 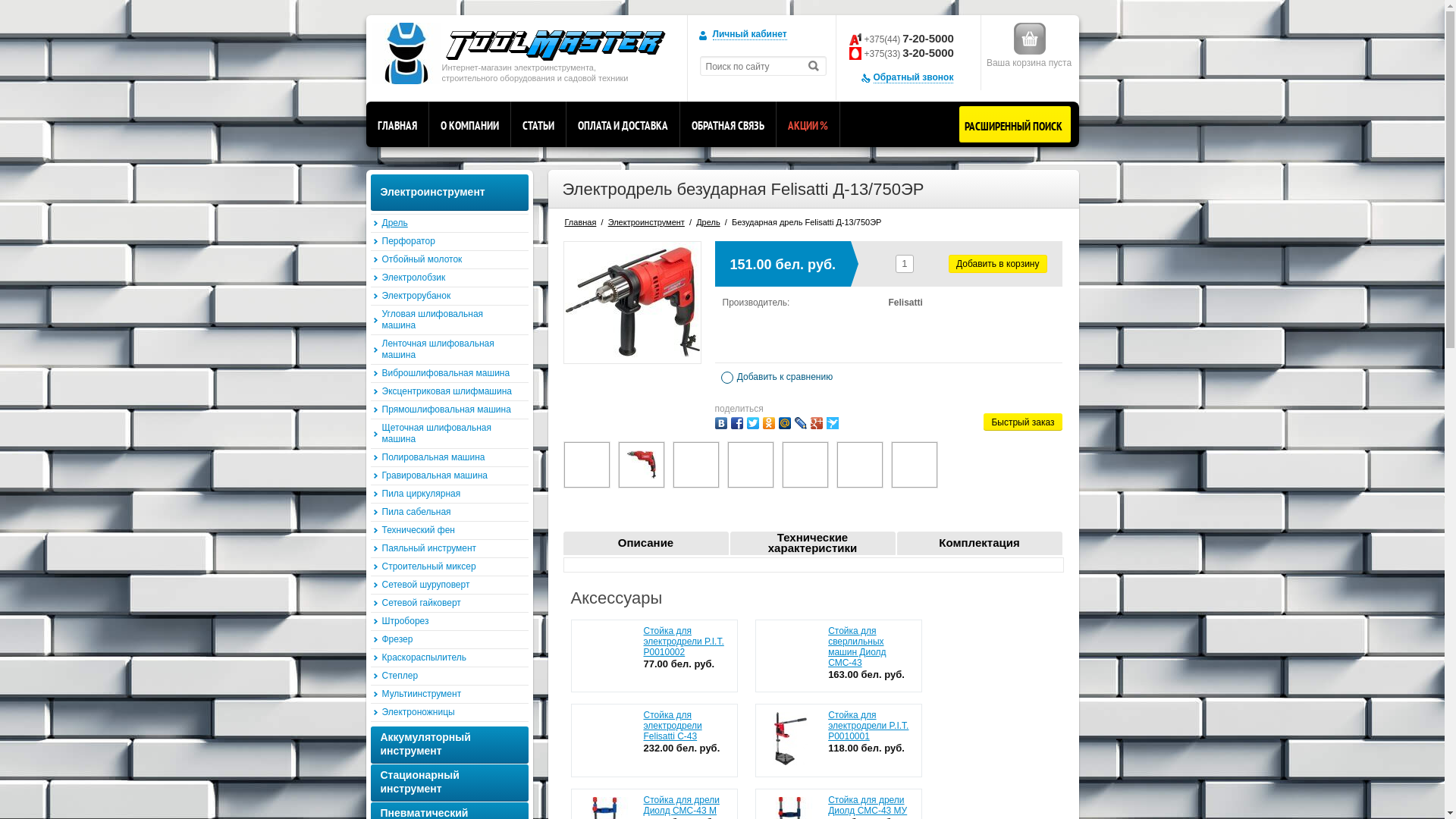 What do you see at coordinates (752, 423) in the screenshot?
I see `'Twitter'` at bounding box center [752, 423].